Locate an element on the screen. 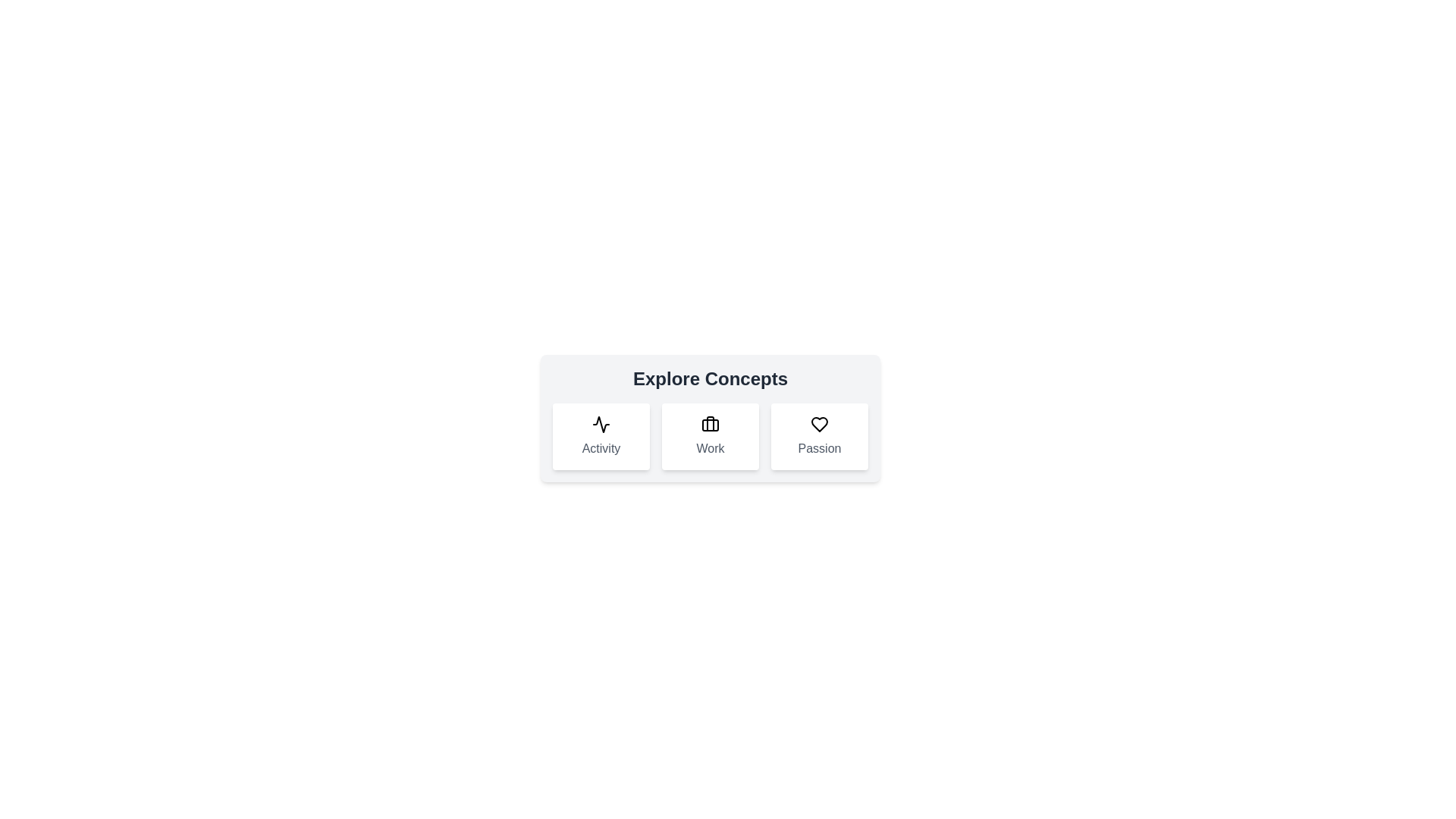  the lower rectangular section of the red briefcase icon, which is the middle icon under the title 'Explore Concepts' is located at coordinates (709, 425).